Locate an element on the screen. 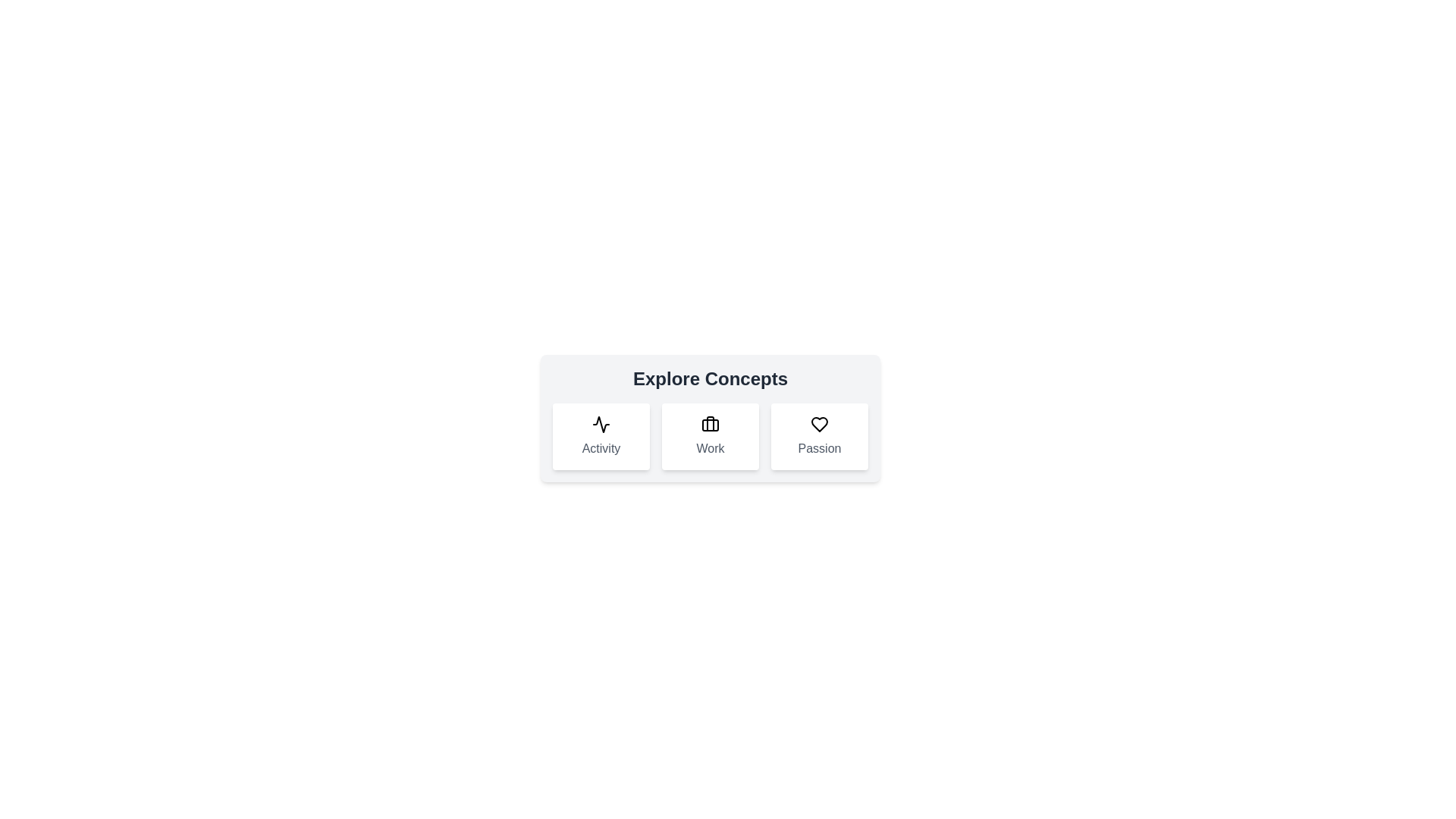  the lower rectangular section of the red briefcase icon, which is the middle icon under the title 'Explore Concepts' is located at coordinates (709, 425).